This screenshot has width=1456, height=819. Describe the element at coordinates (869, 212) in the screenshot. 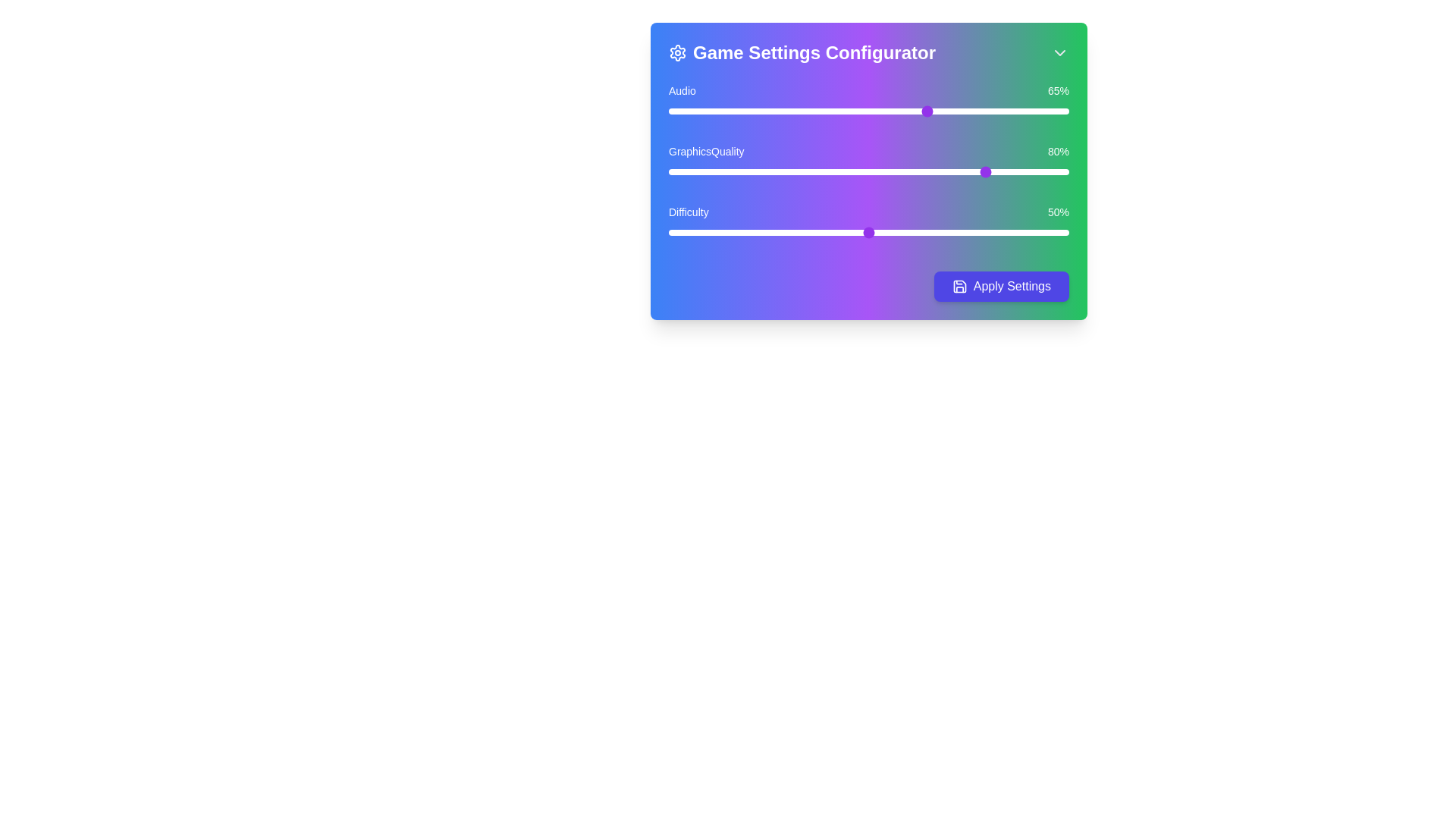

I see `the percentage displayed on the Informational Label, which shows '50%' on a blue-to-green gradient background` at that location.